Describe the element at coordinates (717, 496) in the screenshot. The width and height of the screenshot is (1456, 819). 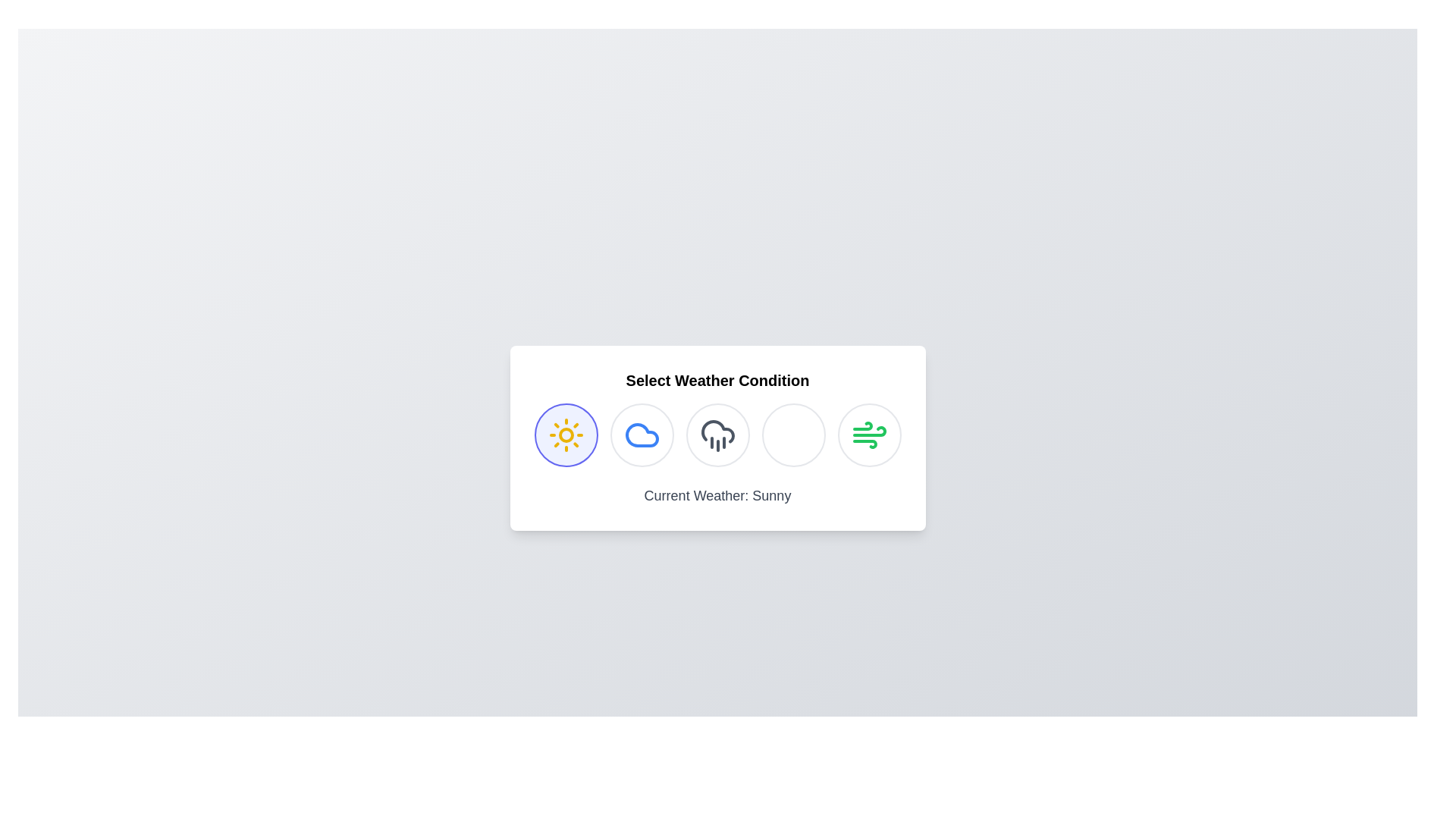
I see `text from the label that displays 'Current Weather: Sunny', which is styled with gray color and large font size, located below the weather condition icons` at that location.